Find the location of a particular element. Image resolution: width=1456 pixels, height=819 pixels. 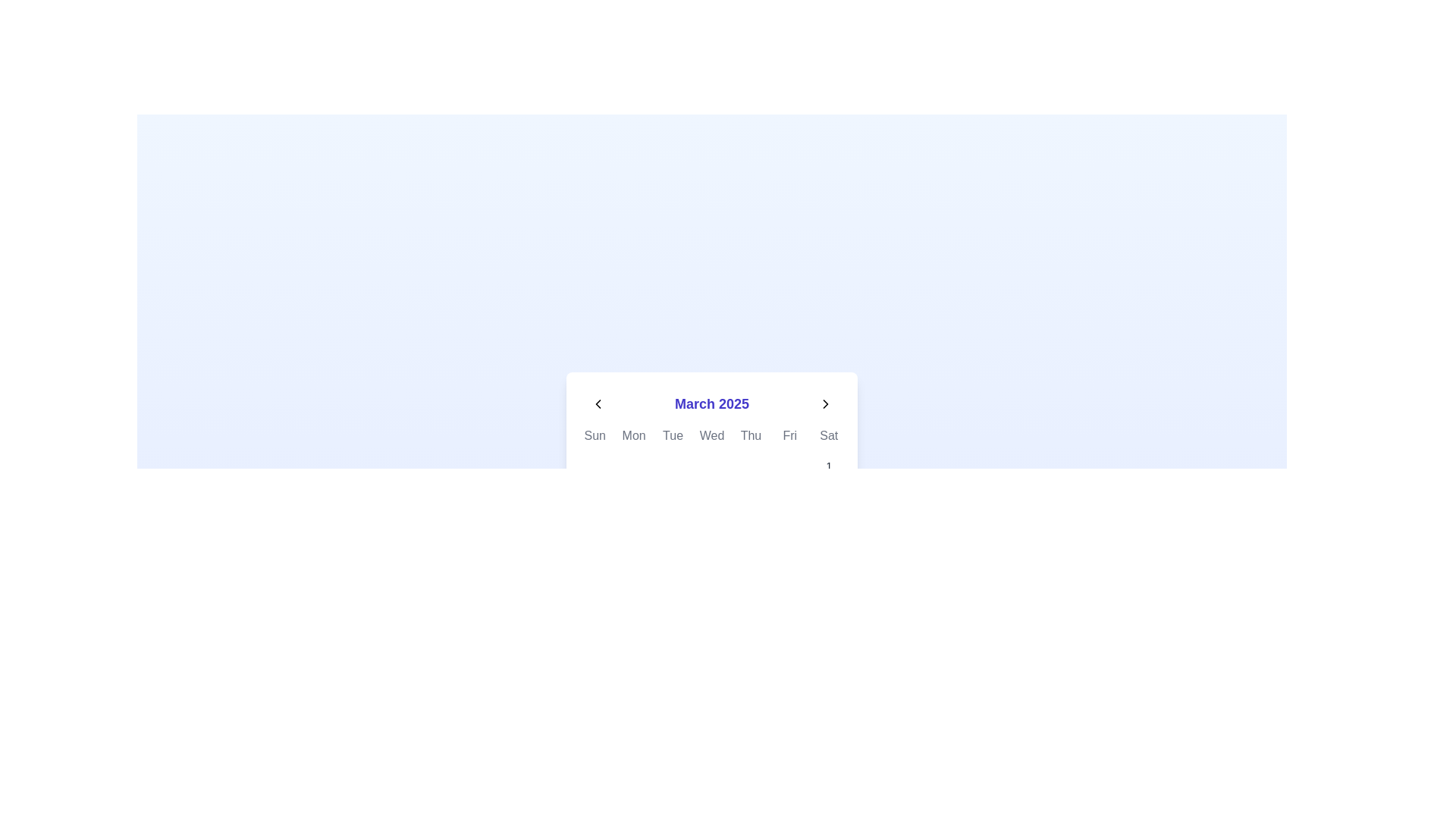

the Static Label displaying 'Tue', which is the third label in a horizontal list of abbreviated day names in the calendar layout is located at coordinates (672, 435).